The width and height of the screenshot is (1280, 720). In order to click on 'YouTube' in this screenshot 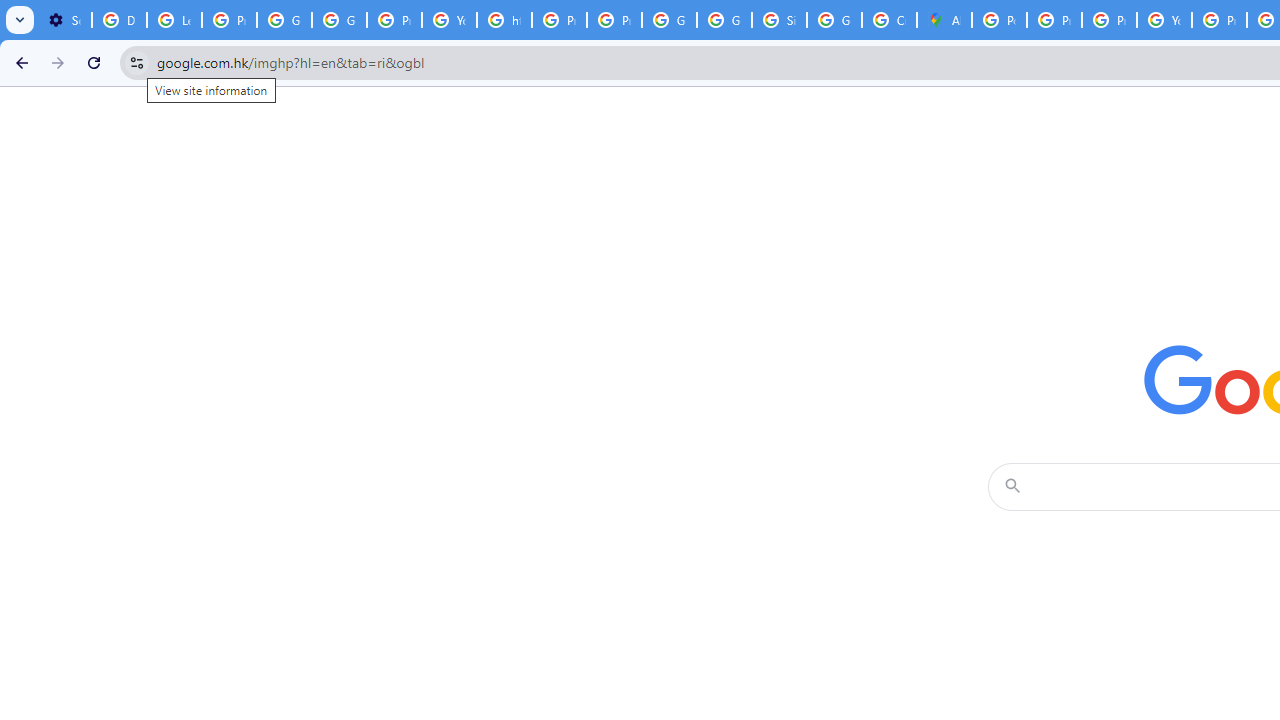, I will do `click(448, 20)`.